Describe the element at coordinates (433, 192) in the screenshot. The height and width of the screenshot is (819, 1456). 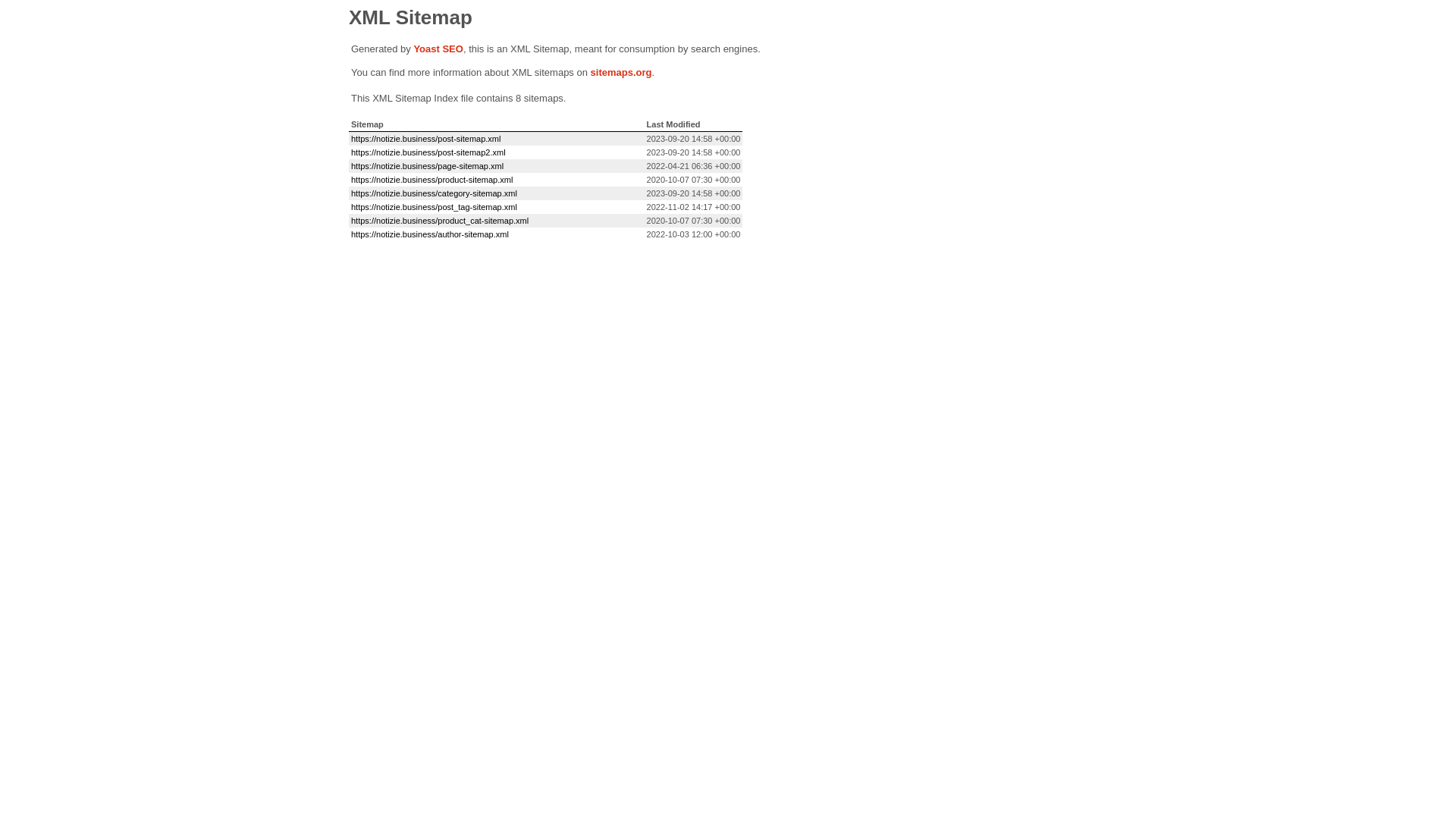
I see `'https://notizie.business/category-sitemap.xml'` at that location.